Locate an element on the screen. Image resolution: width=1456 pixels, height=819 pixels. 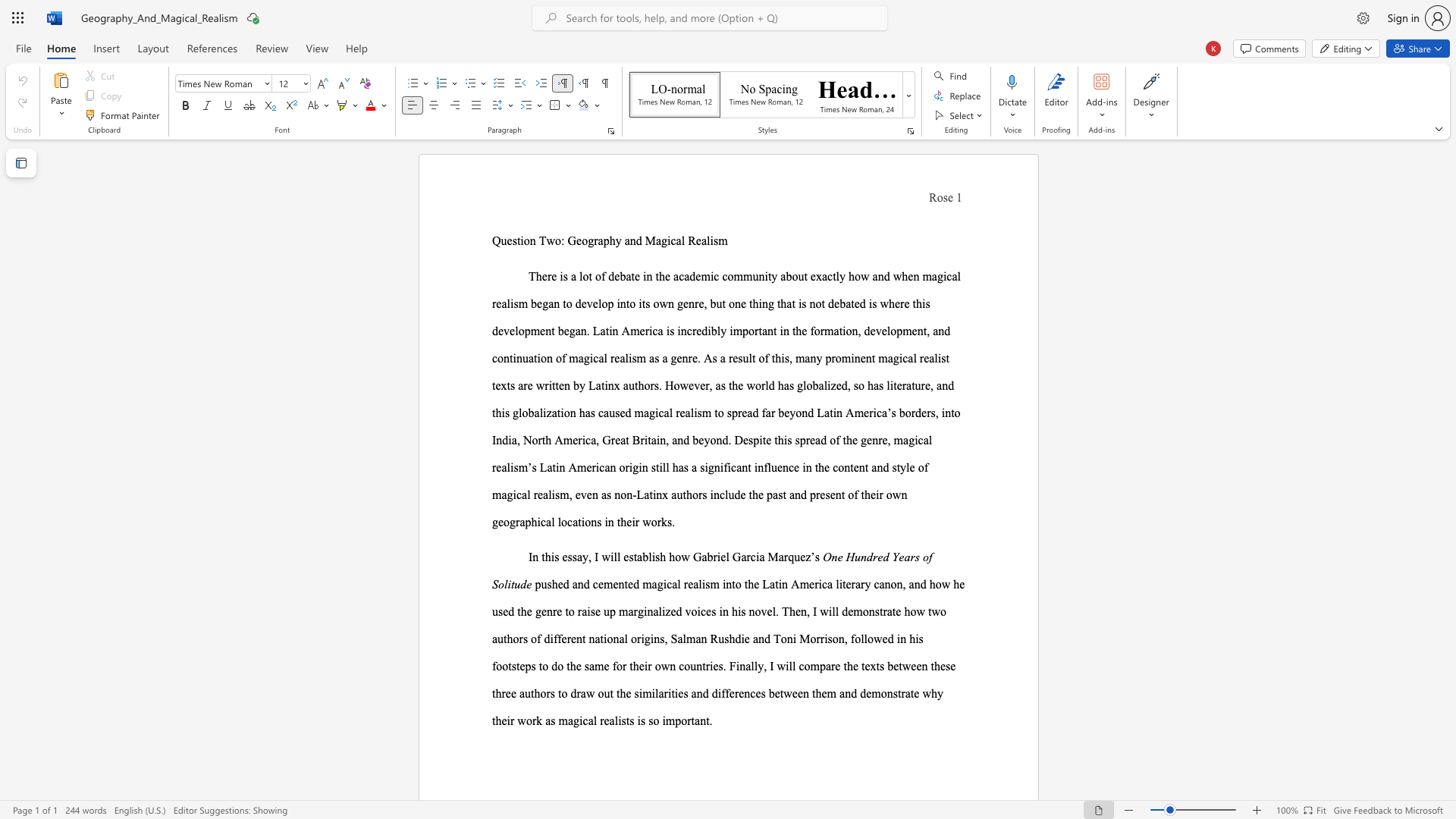
the subset text "ir work as magical realists is so impo" within the text "why their work as magical realists is so important." is located at coordinates (507, 720).